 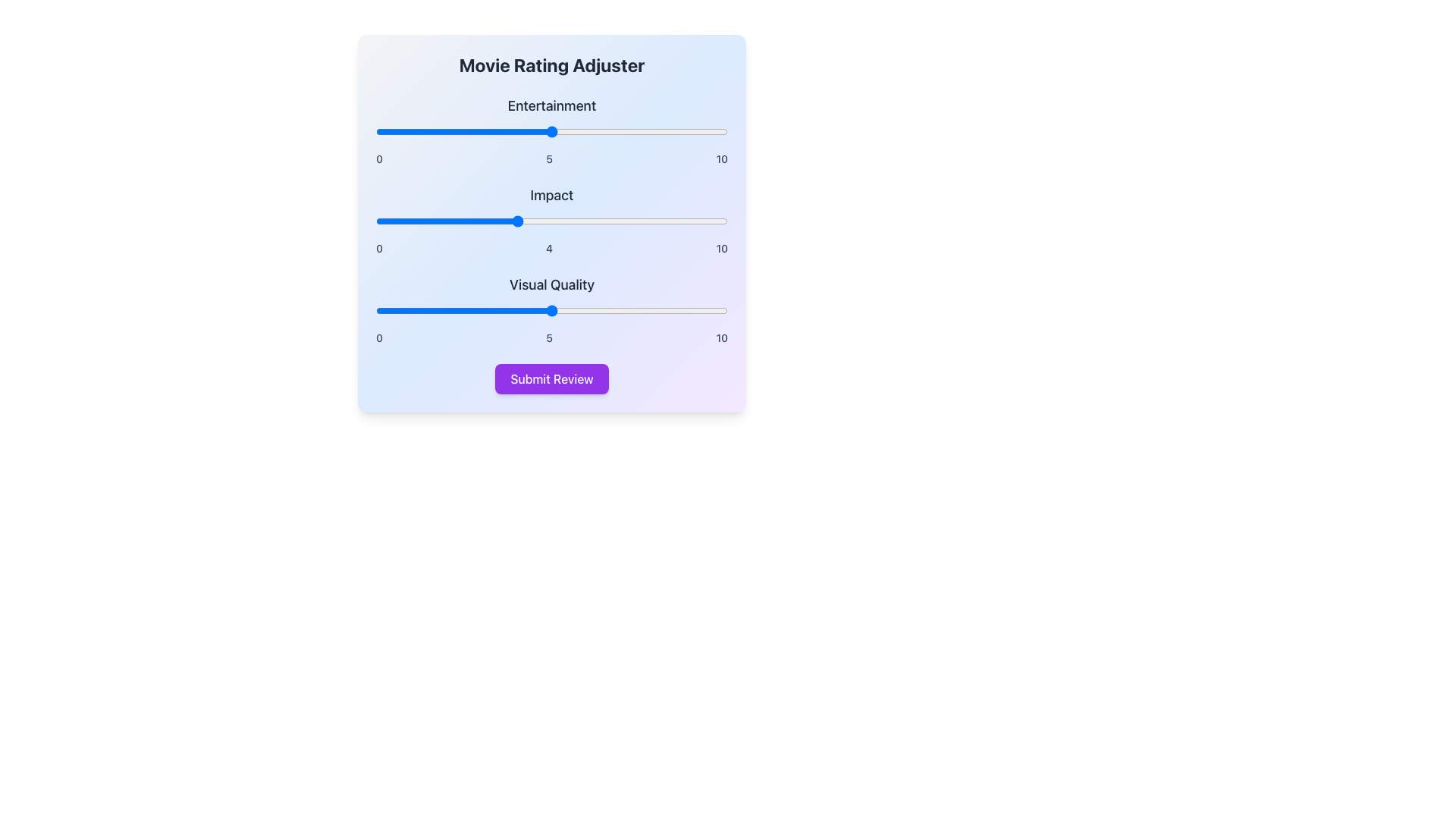 What do you see at coordinates (481, 130) in the screenshot?
I see `Entertainment rating` at bounding box center [481, 130].